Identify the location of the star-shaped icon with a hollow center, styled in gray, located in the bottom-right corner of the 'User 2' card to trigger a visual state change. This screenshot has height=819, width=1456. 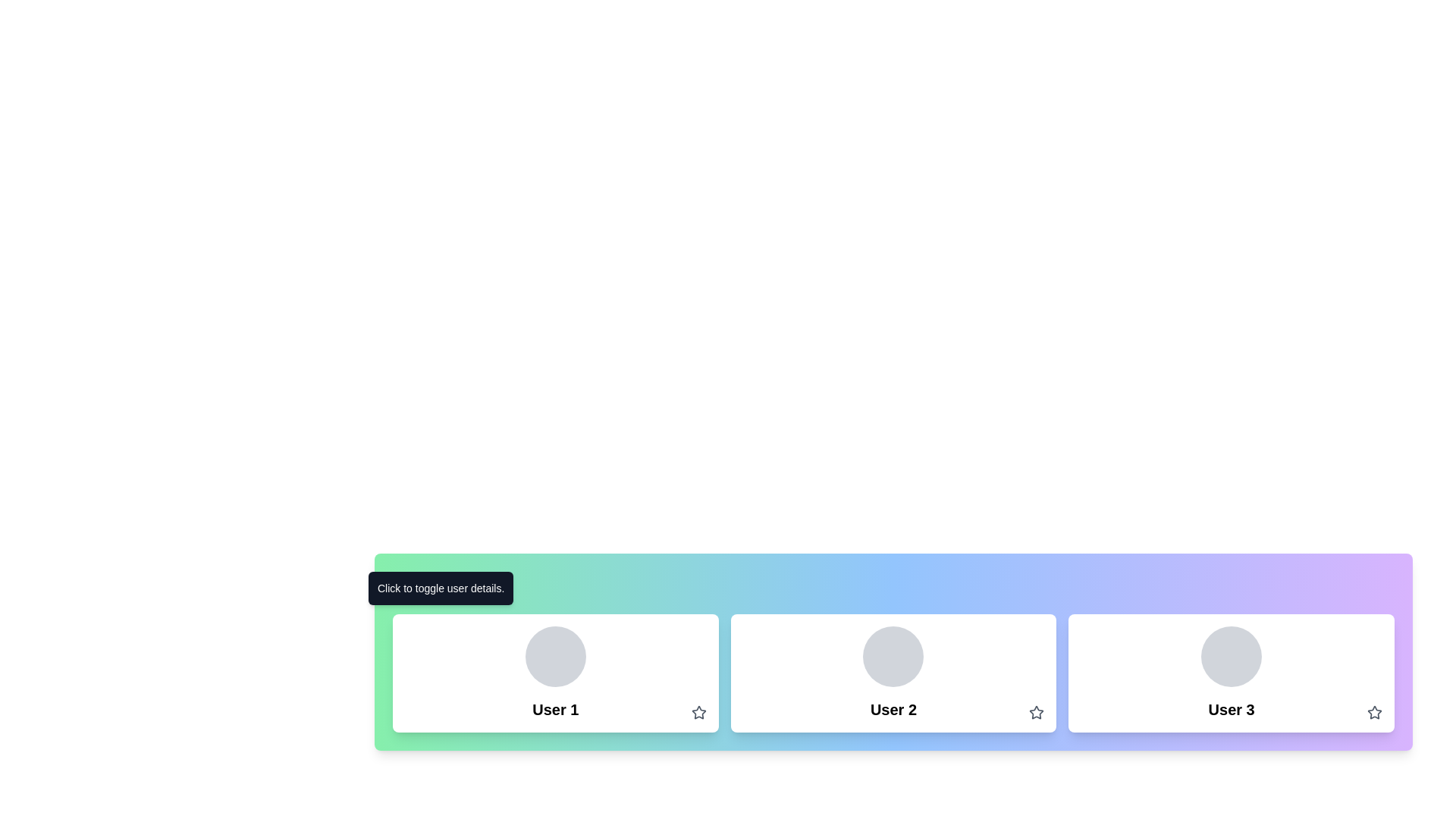
(1036, 712).